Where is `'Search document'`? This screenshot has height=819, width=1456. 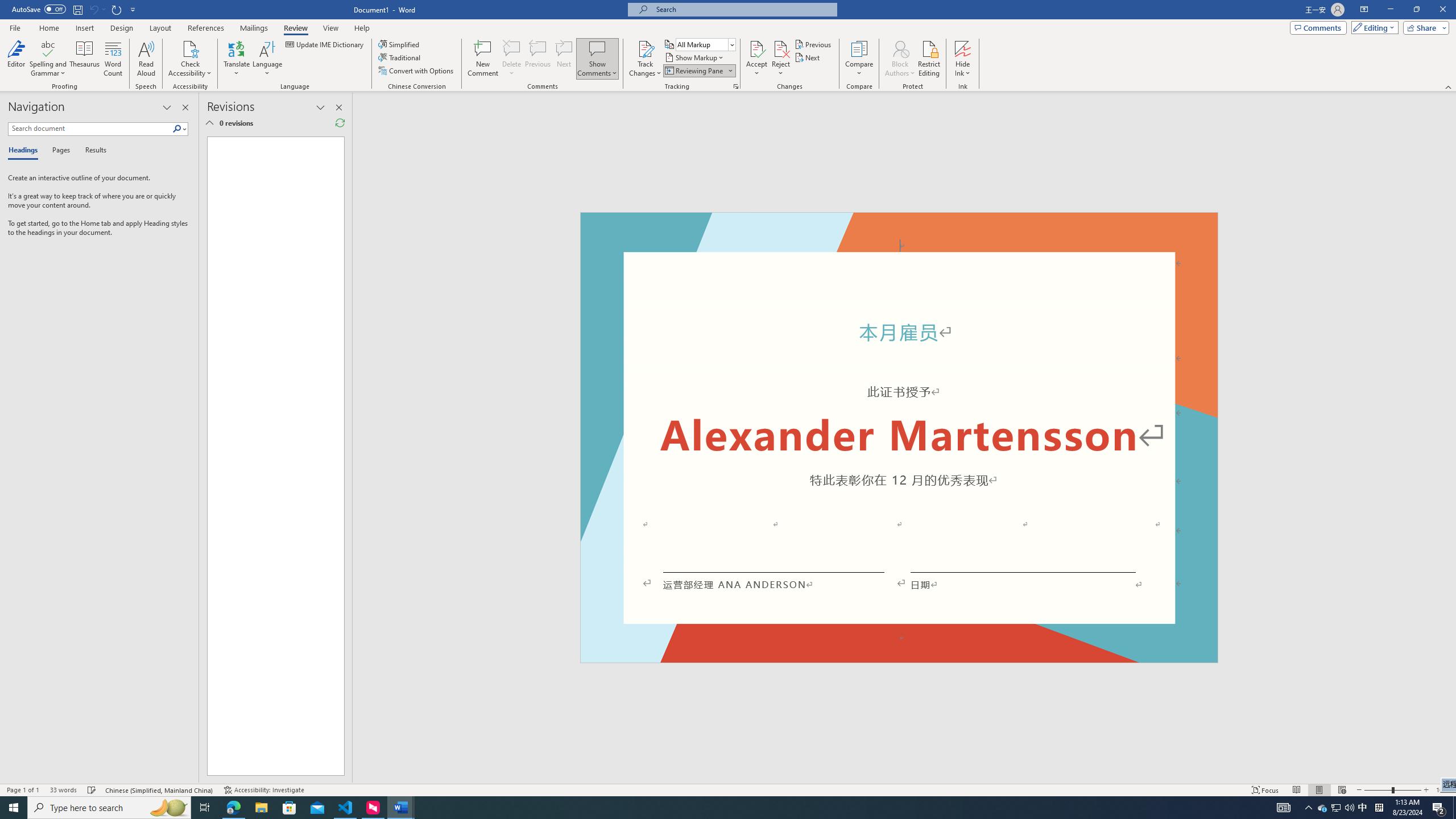
'Search document' is located at coordinates (90, 128).